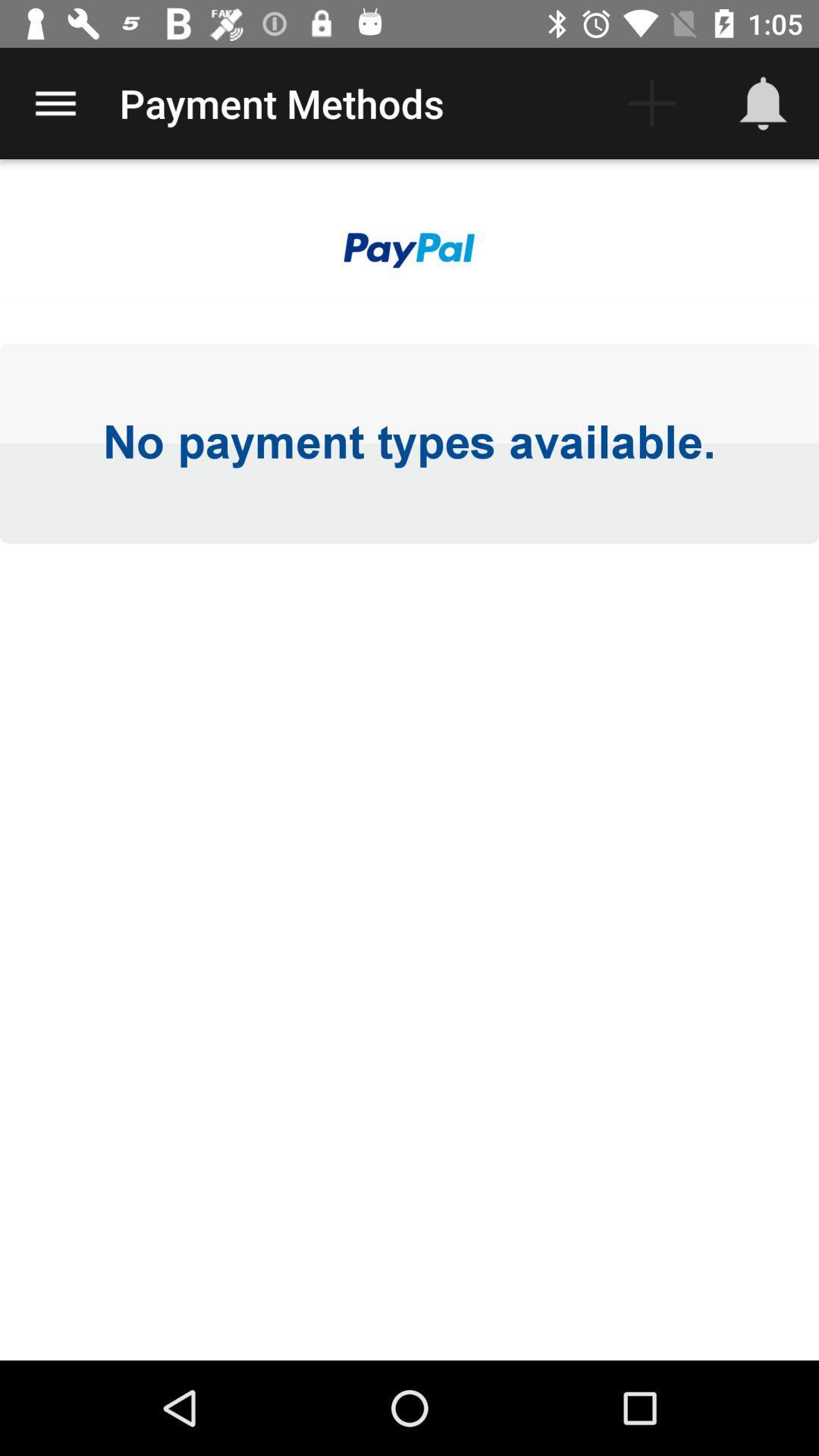 The width and height of the screenshot is (819, 1456). I want to click on the item above the no payment types, so click(409, 251).